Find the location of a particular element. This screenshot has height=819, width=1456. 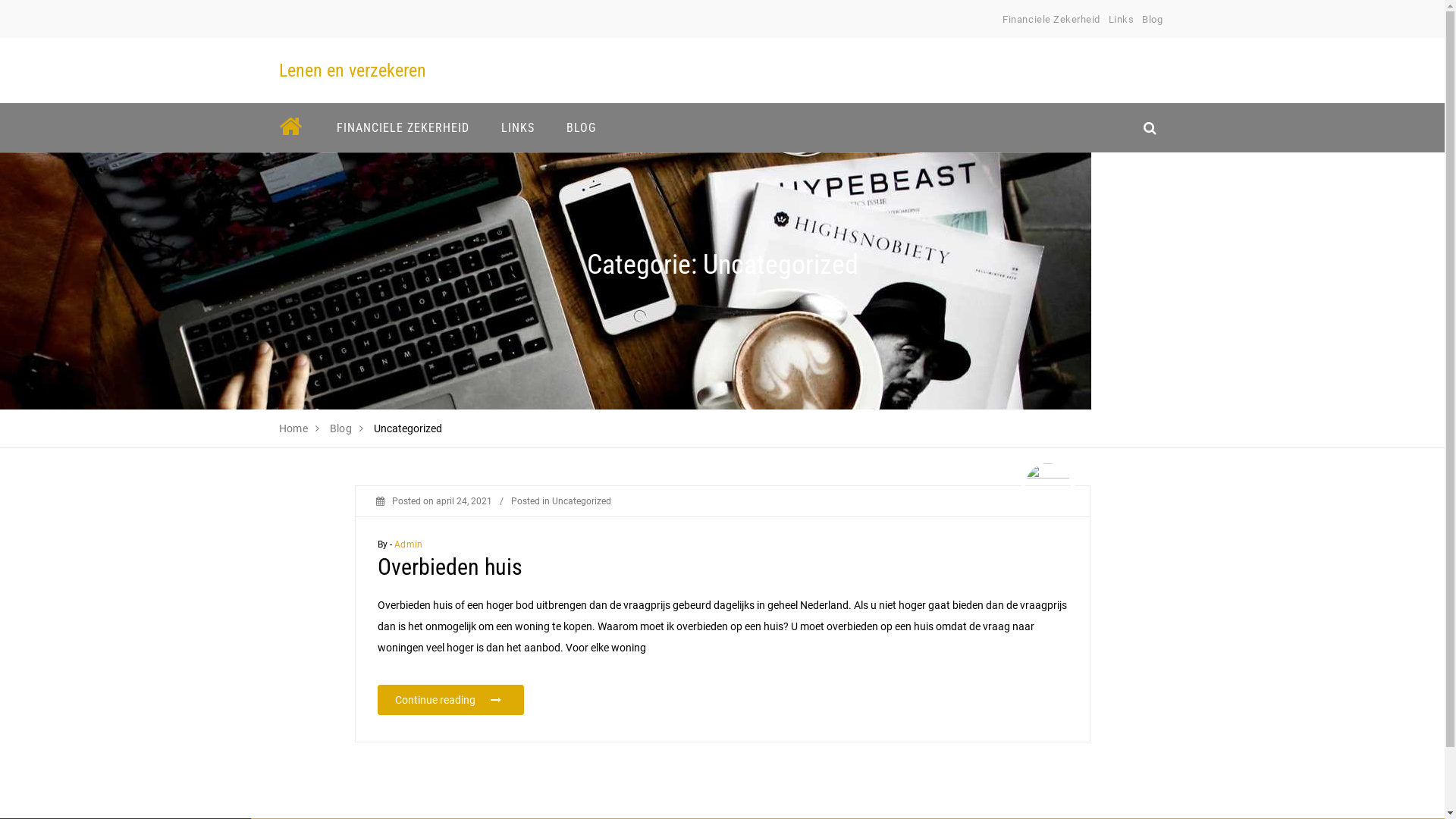

'Blog' is located at coordinates (1152, 19).